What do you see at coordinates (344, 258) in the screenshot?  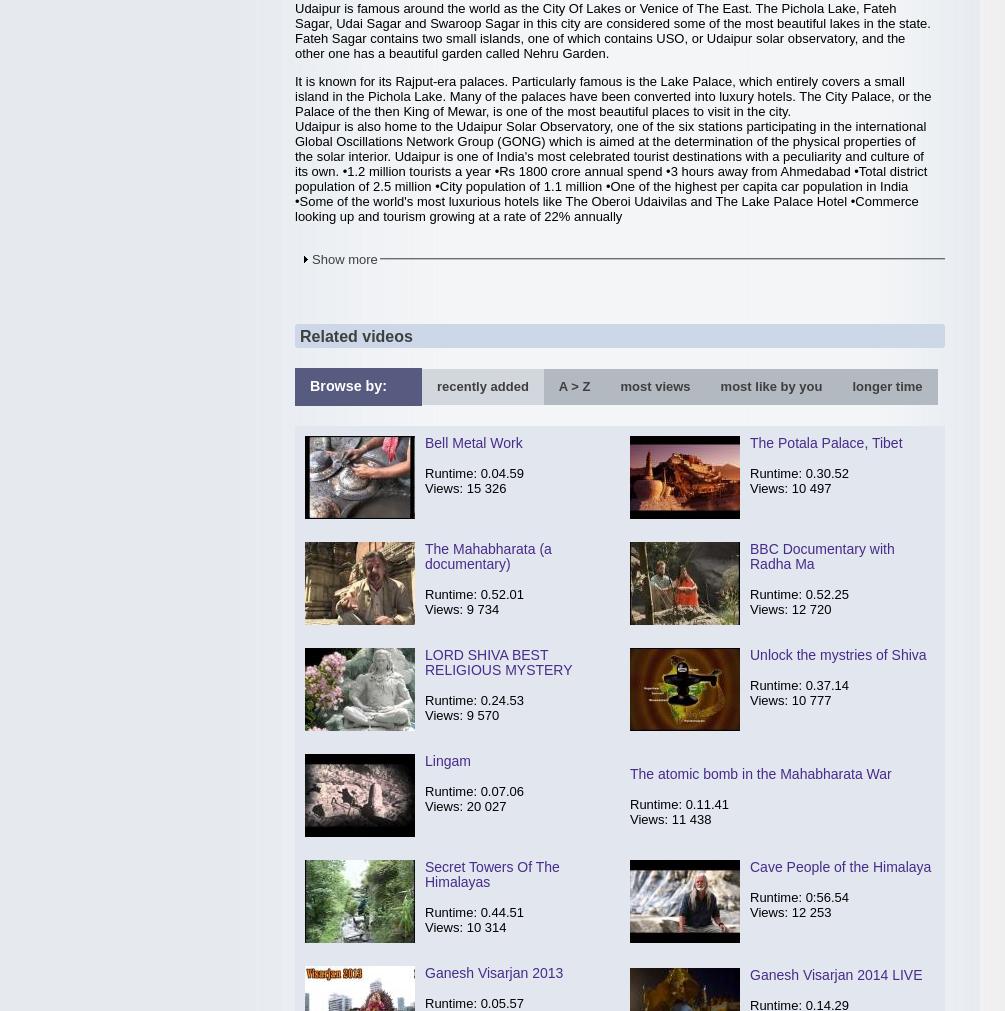 I see `'Show more'` at bounding box center [344, 258].